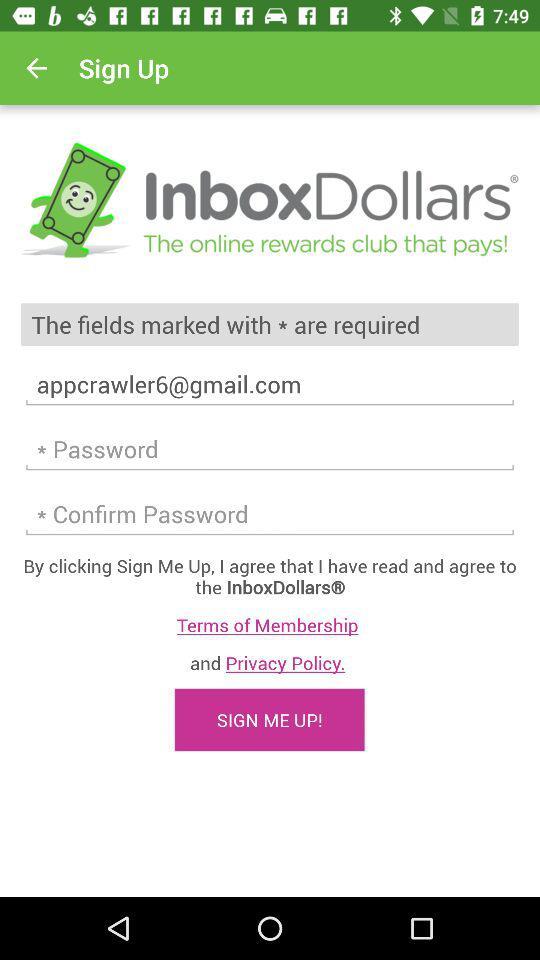 This screenshot has width=540, height=960. What do you see at coordinates (36, 68) in the screenshot?
I see `the item next to the sign up app` at bounding box center [36, 68].